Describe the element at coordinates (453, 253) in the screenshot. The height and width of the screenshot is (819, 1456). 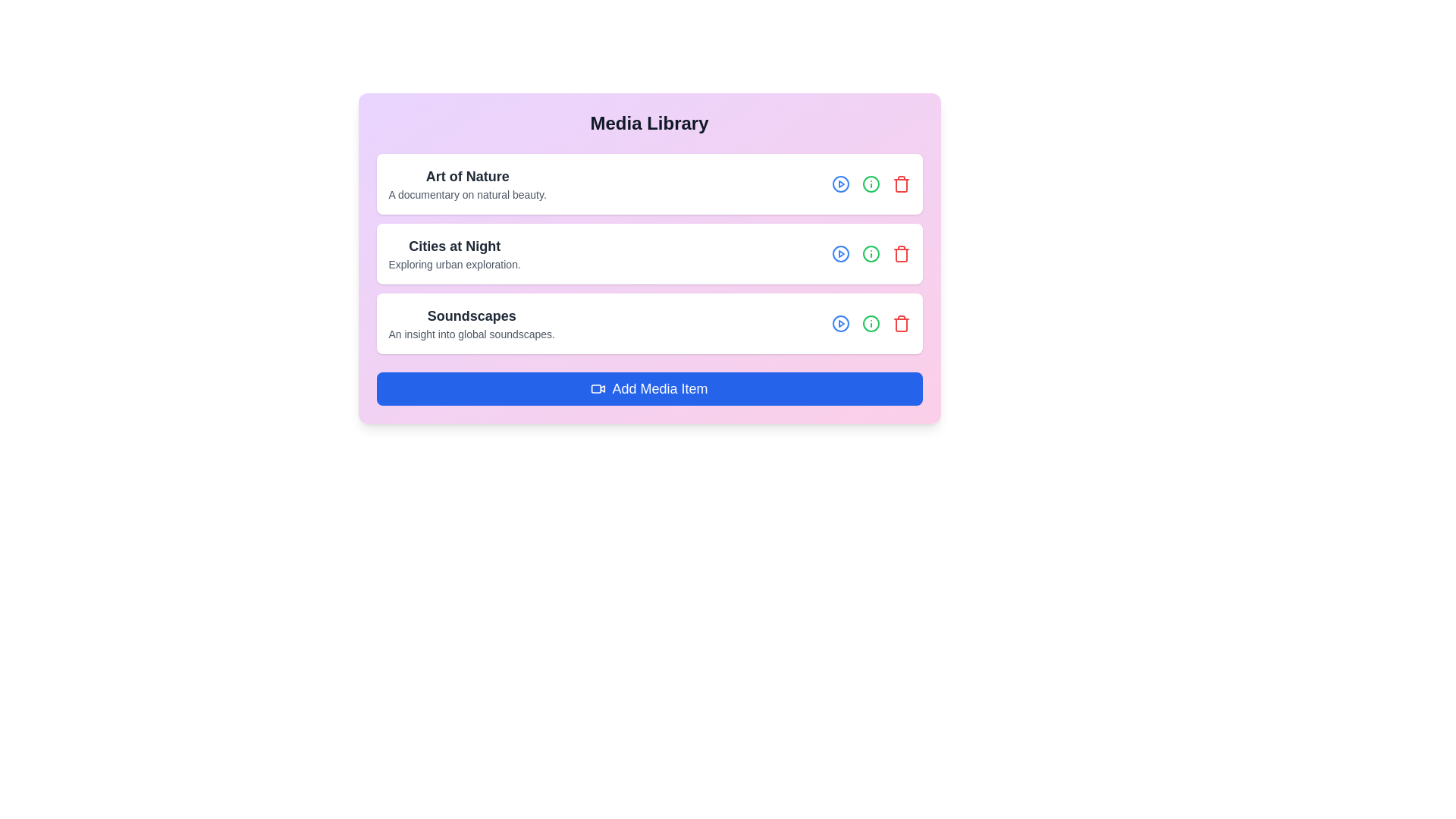
I see `the text of the media item Cities at Night` at that location.